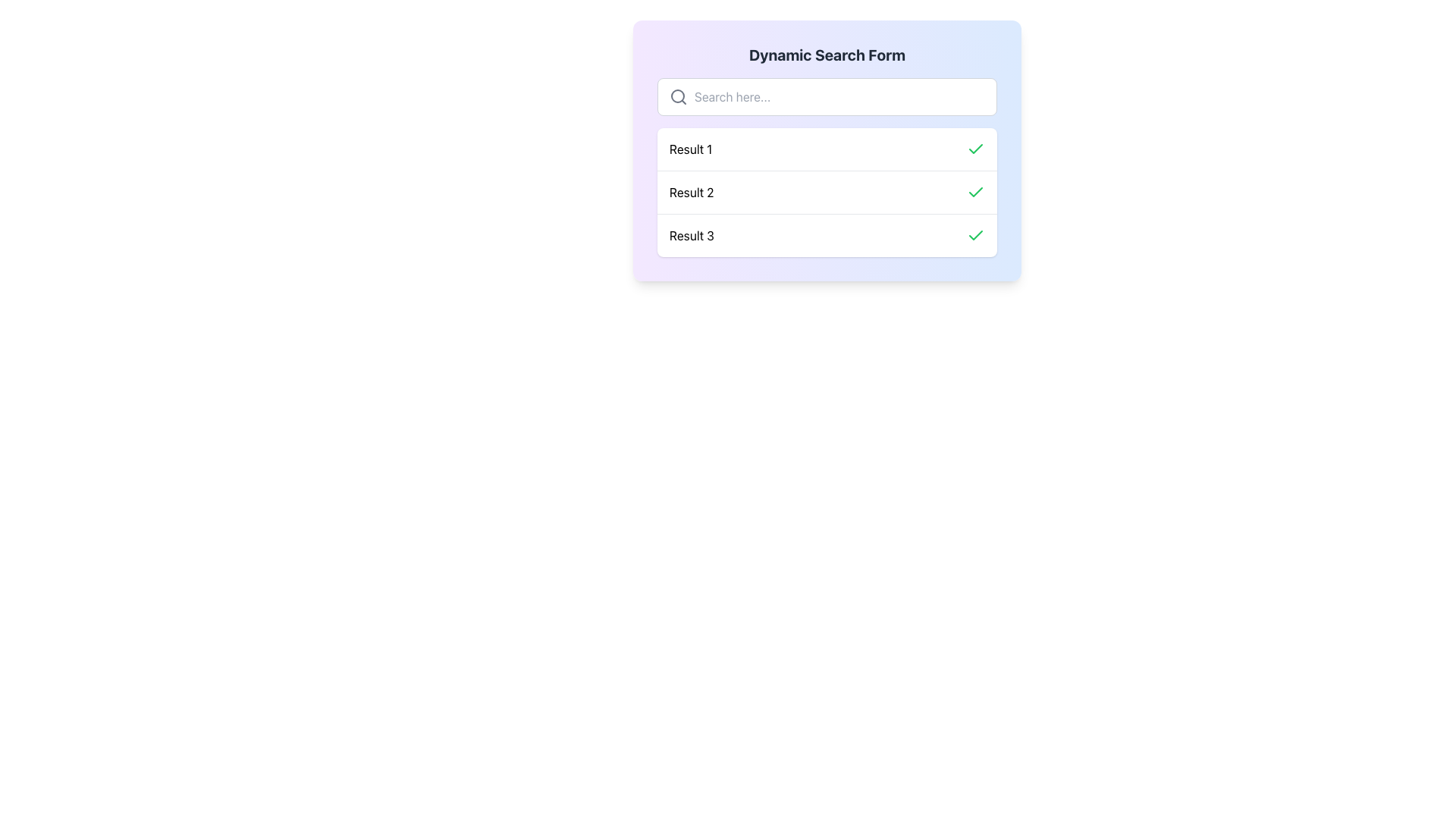 The width and height of the screenshot is (1456, 819). I want to click on the green checkmark icon indicating success for 'Result 1' to confirm the selection, so click(975, 149).